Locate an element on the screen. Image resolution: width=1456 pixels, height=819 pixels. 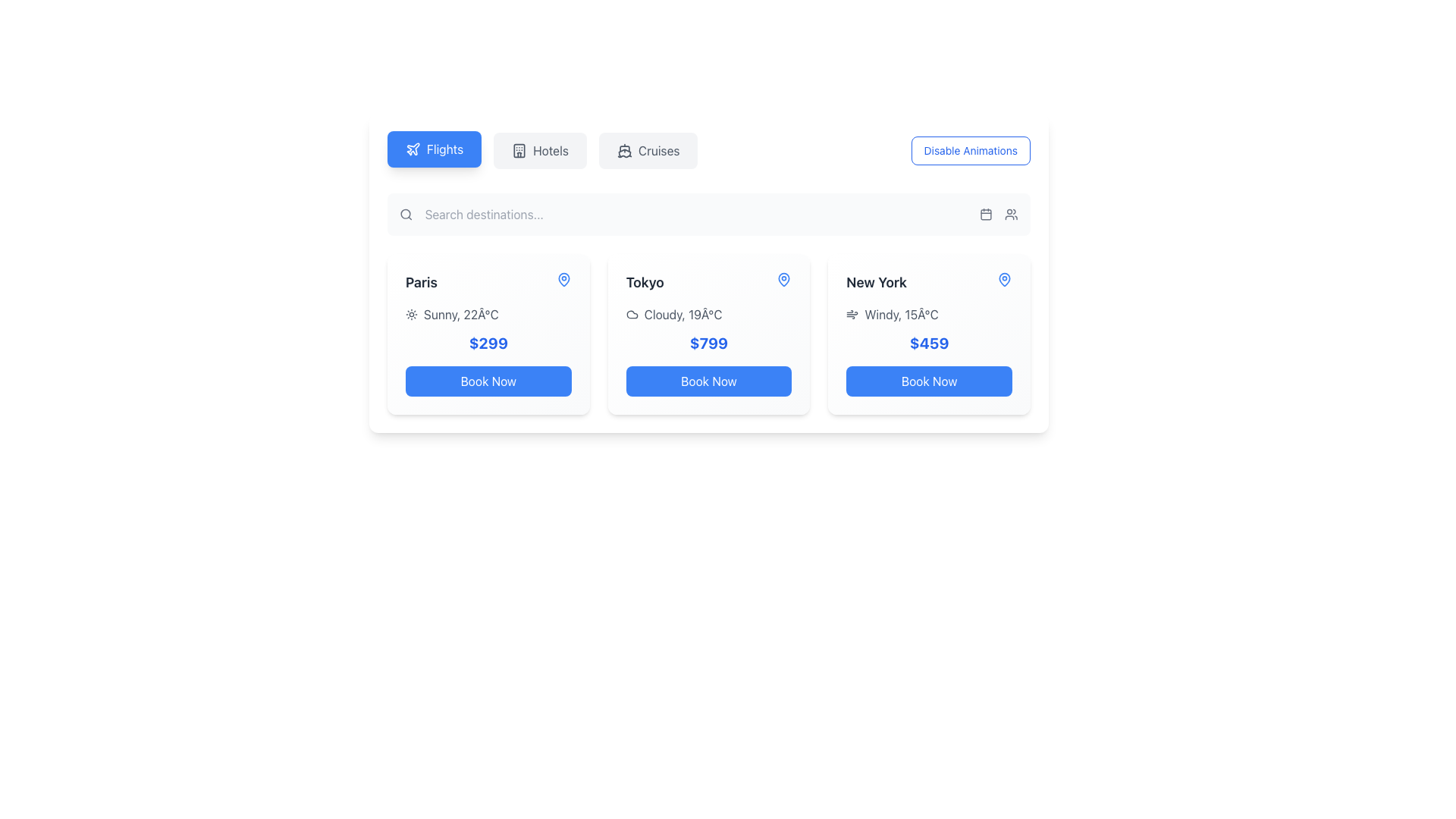
the user-related feature icon located in the upper-right portion of the toolbar is located at coordinates (1012, 214).